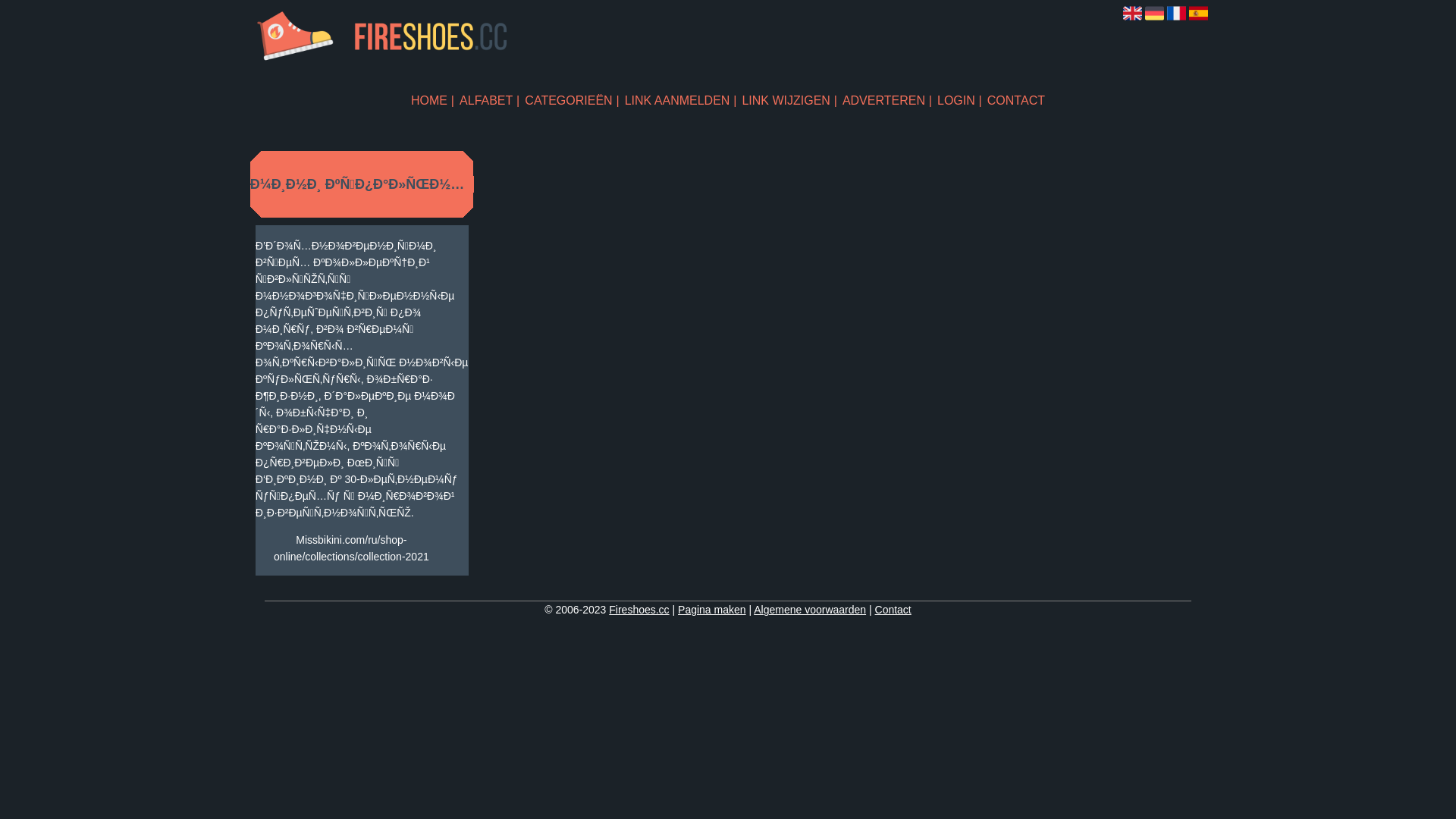  I want to click on 'Missbikini.com/ru/shop-online/collections/collection-2021', so click(350, 548).